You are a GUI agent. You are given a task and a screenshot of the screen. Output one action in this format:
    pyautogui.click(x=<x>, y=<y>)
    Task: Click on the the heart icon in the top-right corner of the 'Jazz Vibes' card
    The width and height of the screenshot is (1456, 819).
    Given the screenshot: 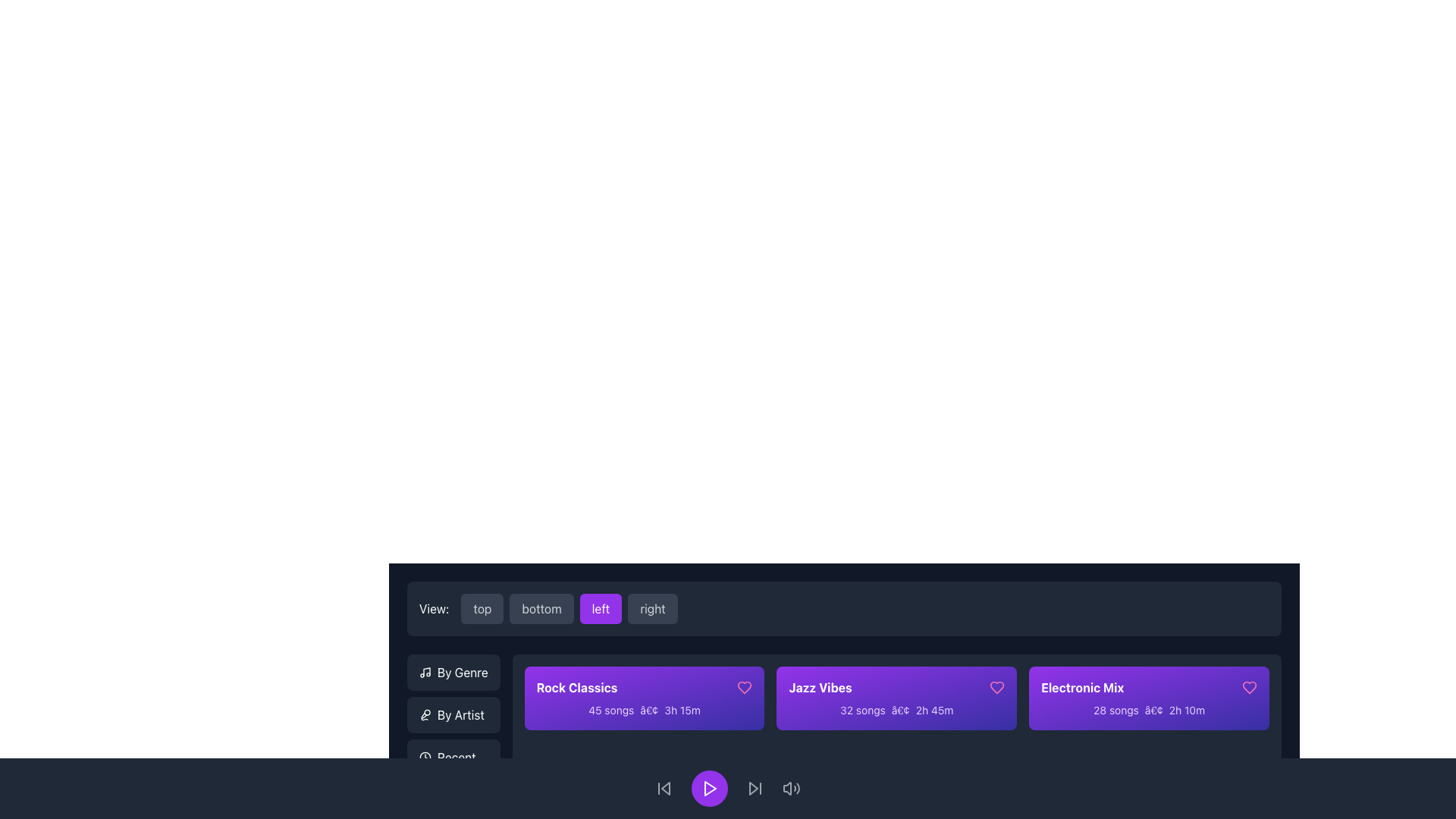 What is the action you would take?
    pyautogui.click(x=997, y=687)
    